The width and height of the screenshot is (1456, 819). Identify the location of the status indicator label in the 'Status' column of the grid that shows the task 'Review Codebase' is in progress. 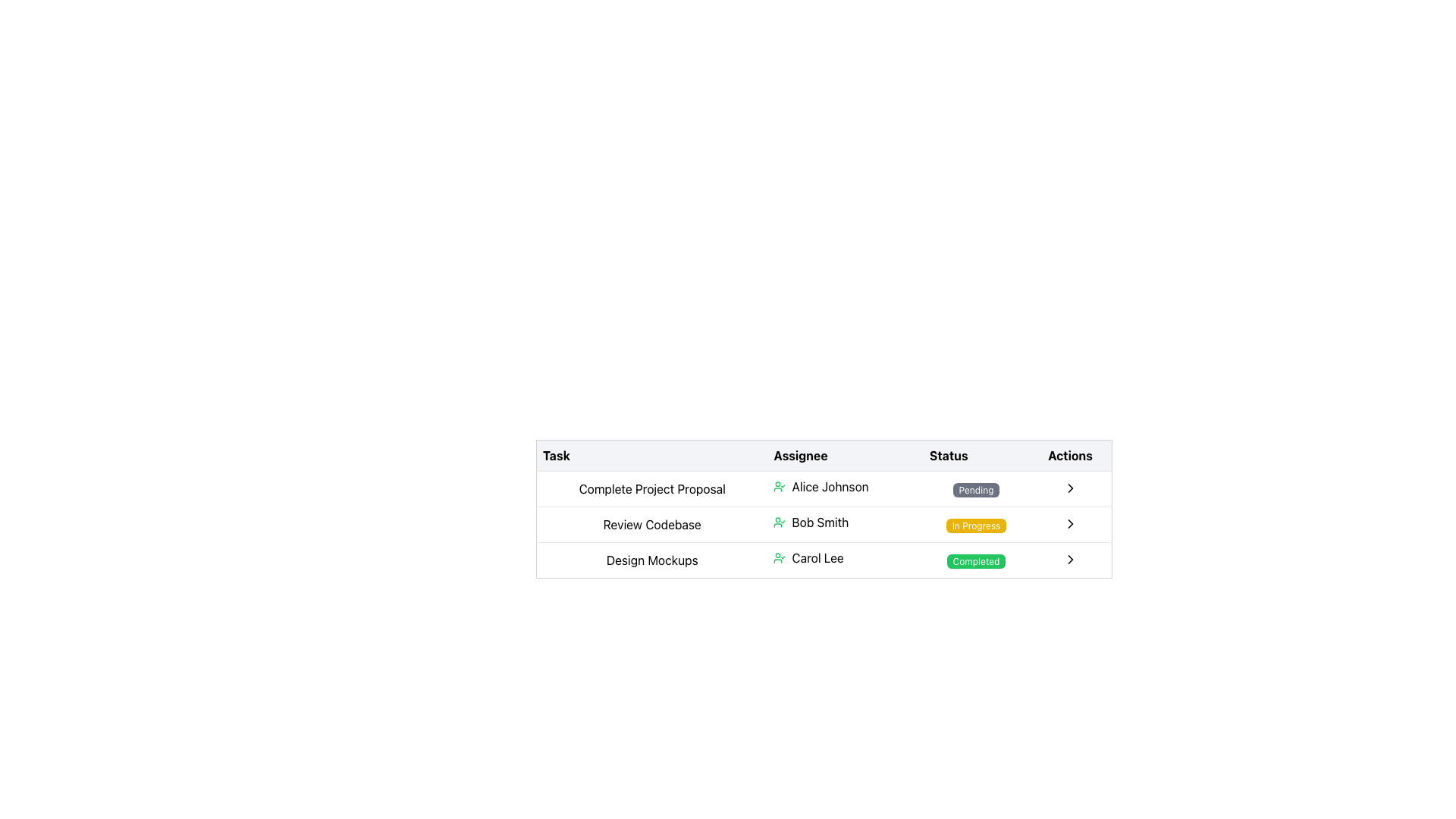
(976, 525).